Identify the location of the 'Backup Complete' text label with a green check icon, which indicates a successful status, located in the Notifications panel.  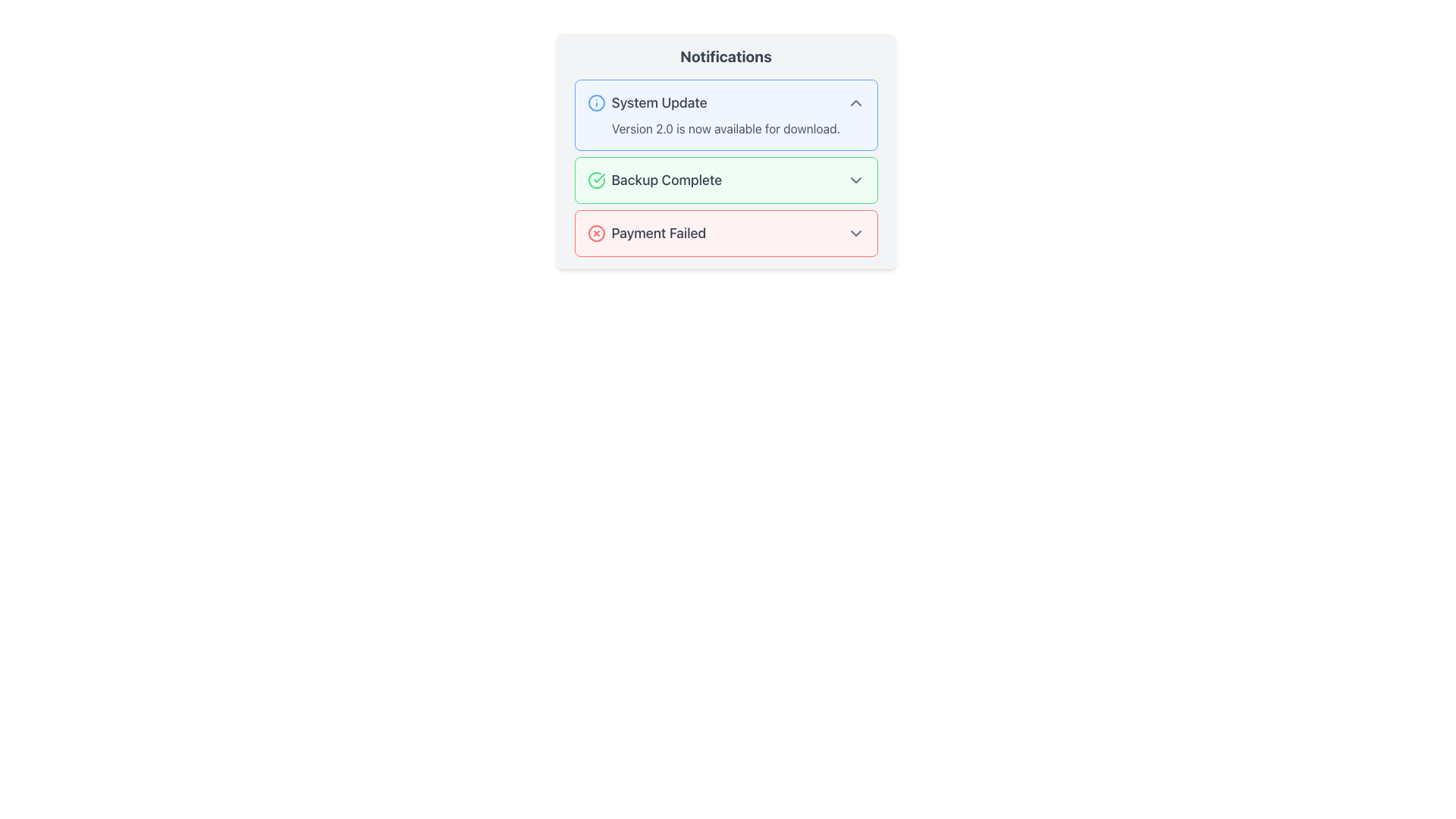
(654, 180).